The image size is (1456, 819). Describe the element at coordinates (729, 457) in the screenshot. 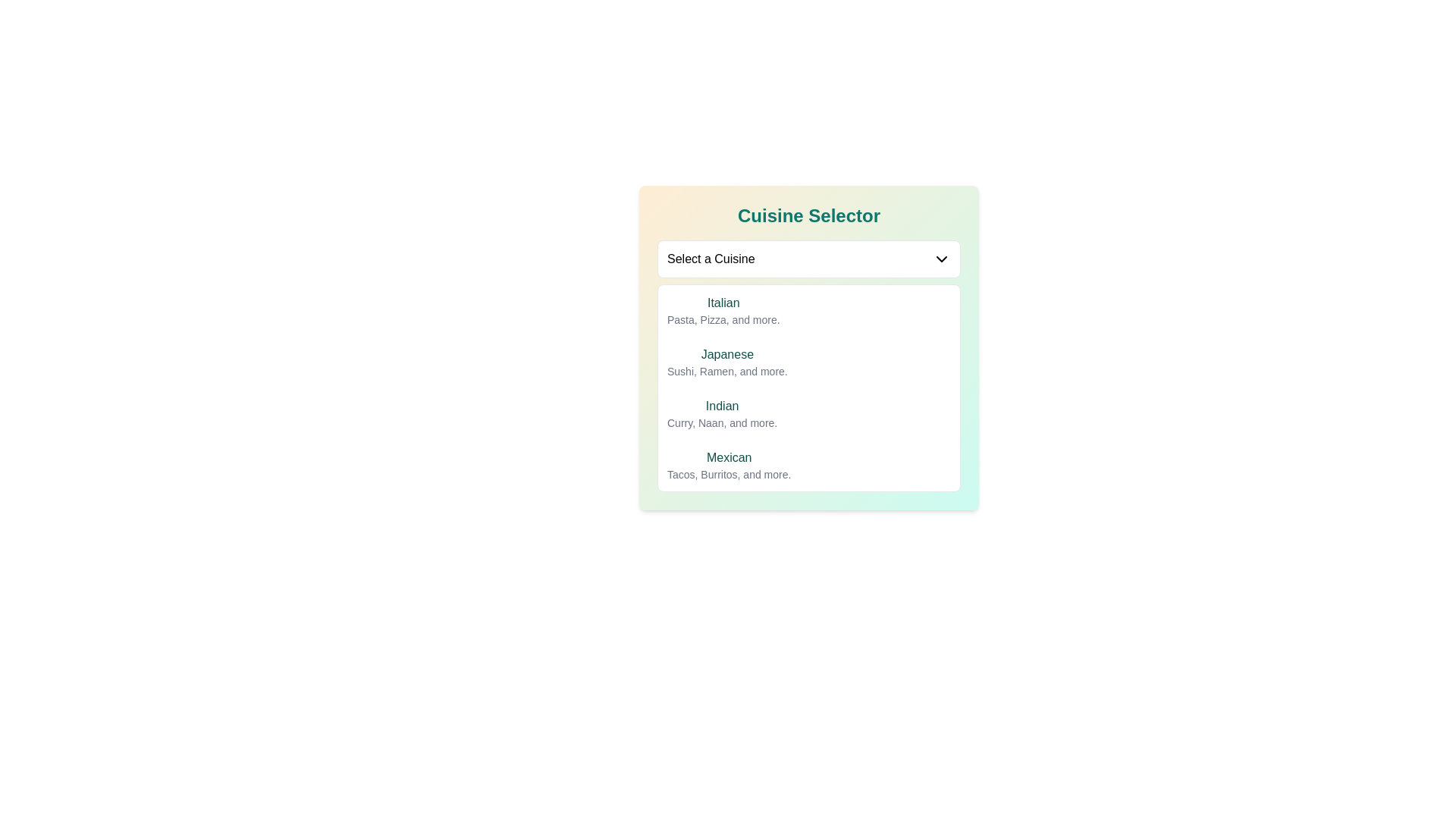

I see `the text label displaying 'Mexican', which is styled in a medium-sized teal-blue font and is positioned above a smaller gray description text within the fourth item of a dropdown menu` at that location.